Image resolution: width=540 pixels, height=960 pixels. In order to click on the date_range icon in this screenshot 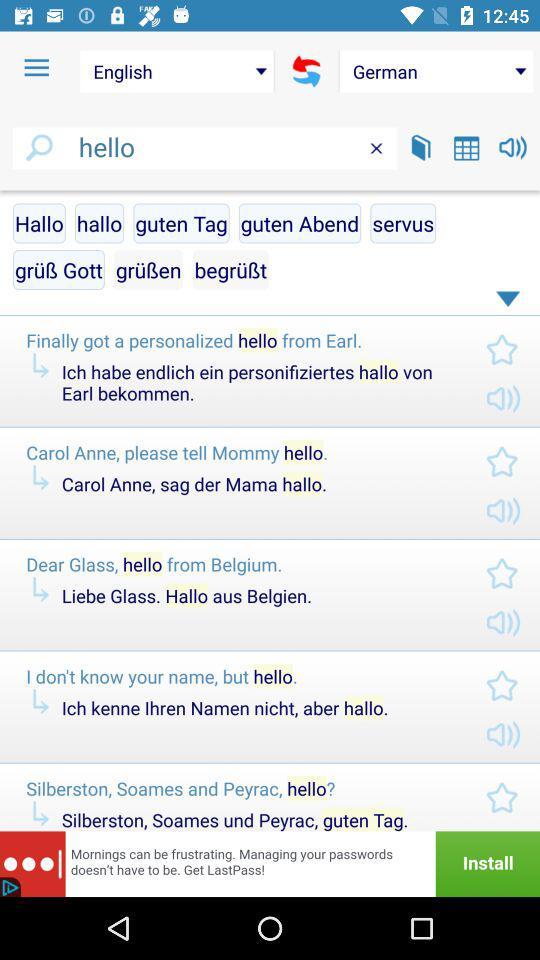, I will do `click(466, 147)`.